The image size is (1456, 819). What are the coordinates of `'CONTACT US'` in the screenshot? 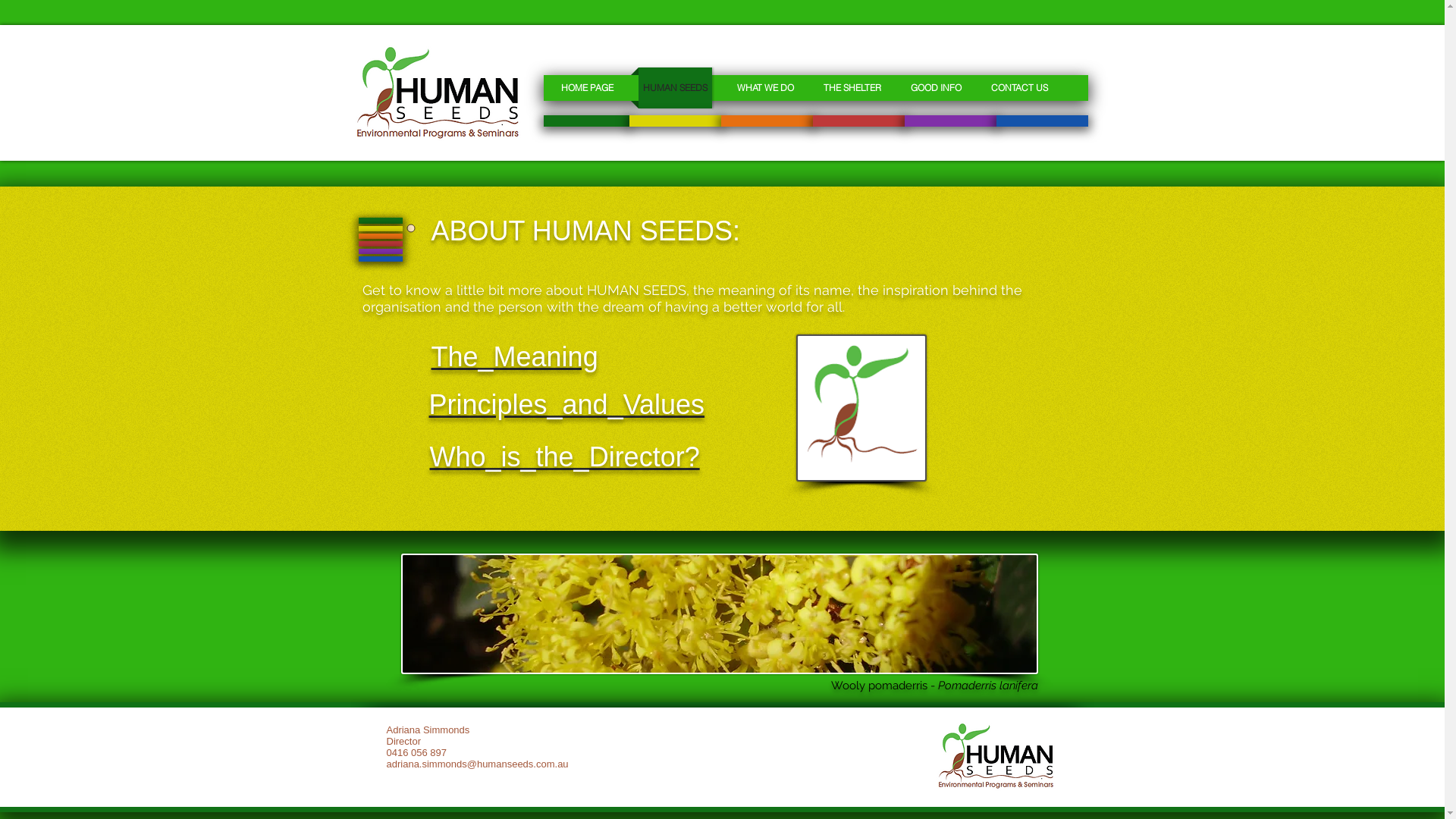 It's located at (978, 87).